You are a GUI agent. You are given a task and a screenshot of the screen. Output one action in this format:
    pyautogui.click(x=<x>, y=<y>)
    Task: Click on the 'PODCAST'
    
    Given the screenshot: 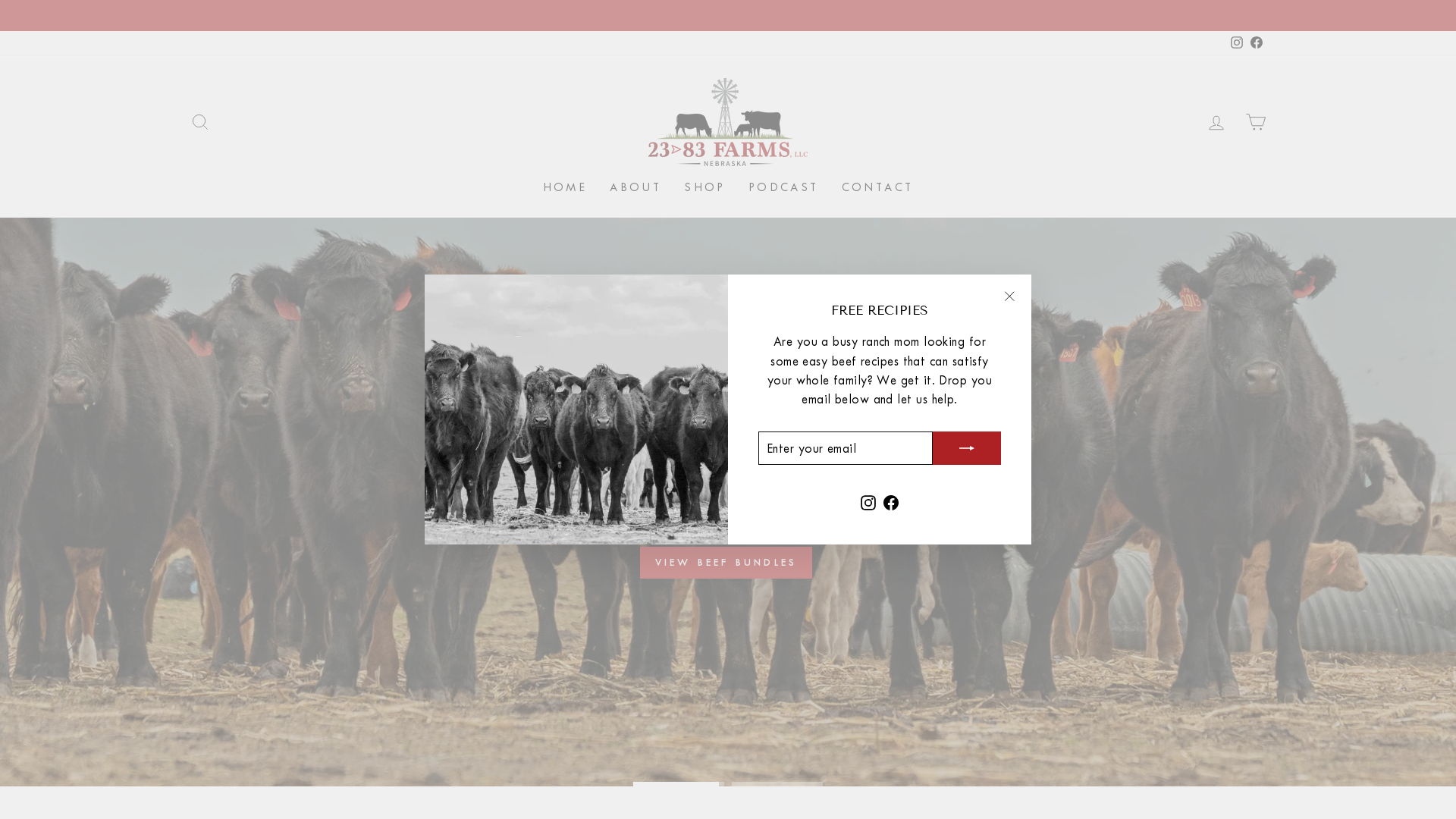 What is the action you would take?
    pyautogui.click(x=783, y=187)
    